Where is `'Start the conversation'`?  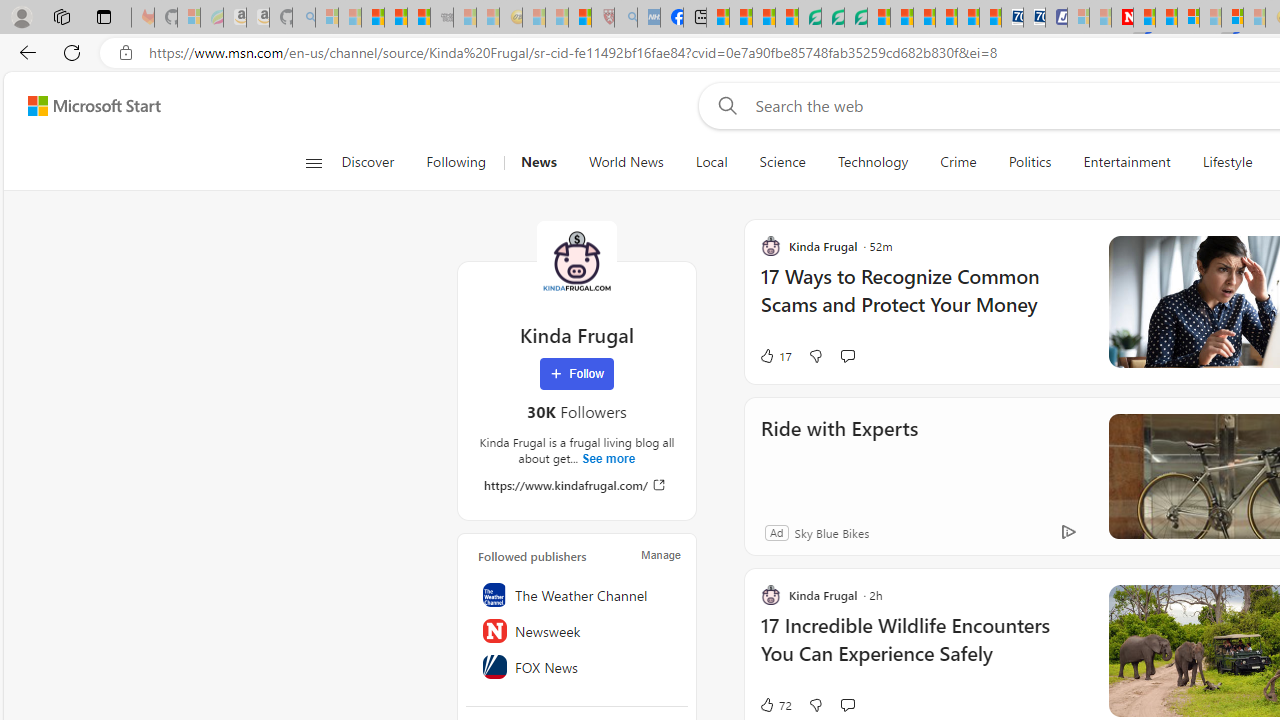 'Start the conversation' is located at coordinates (847, 703).